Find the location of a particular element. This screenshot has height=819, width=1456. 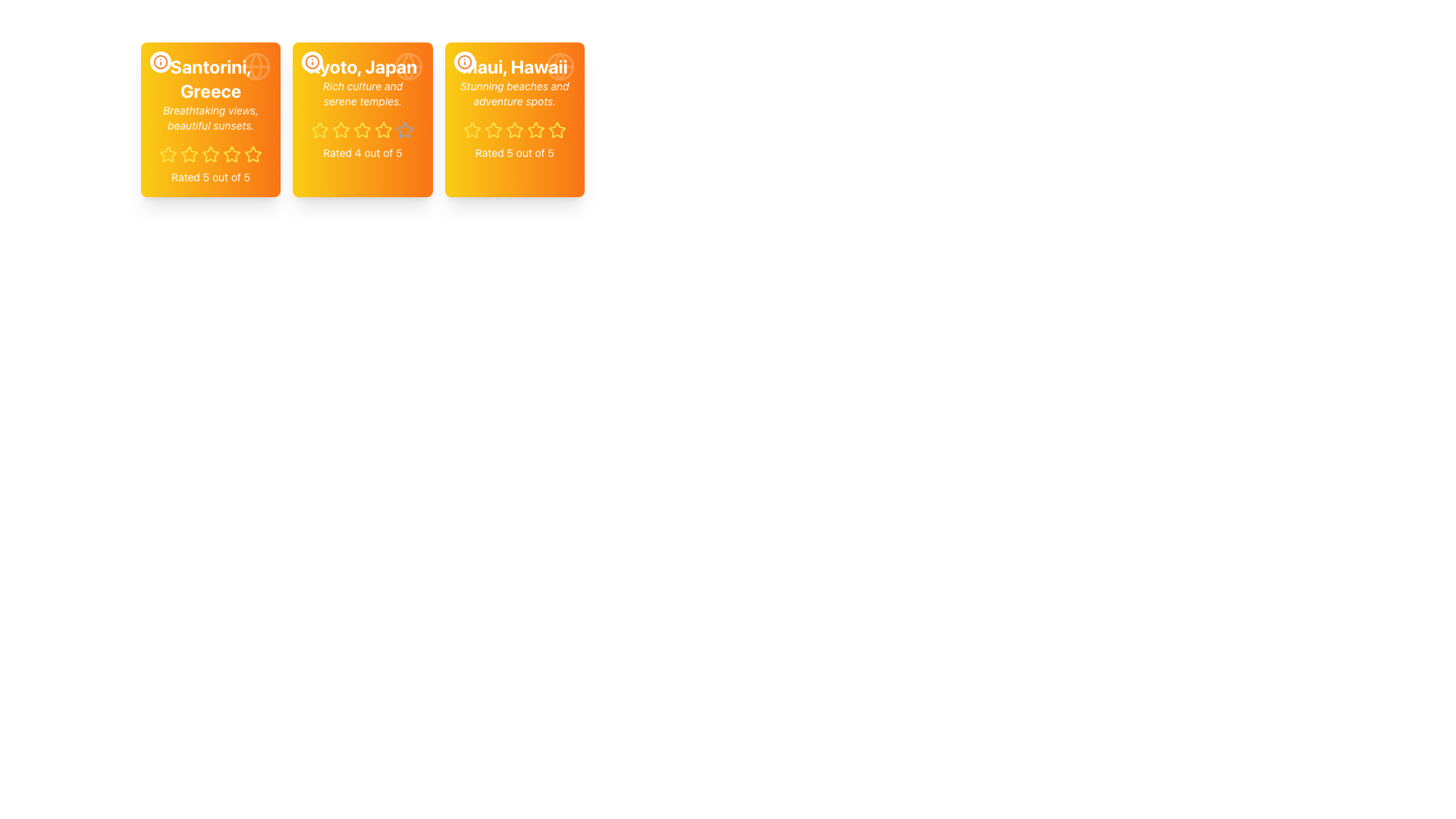

on the selected fifth star icon in the rating system within the 'Santorini, Greece' card is located at coordinates (253, 154).